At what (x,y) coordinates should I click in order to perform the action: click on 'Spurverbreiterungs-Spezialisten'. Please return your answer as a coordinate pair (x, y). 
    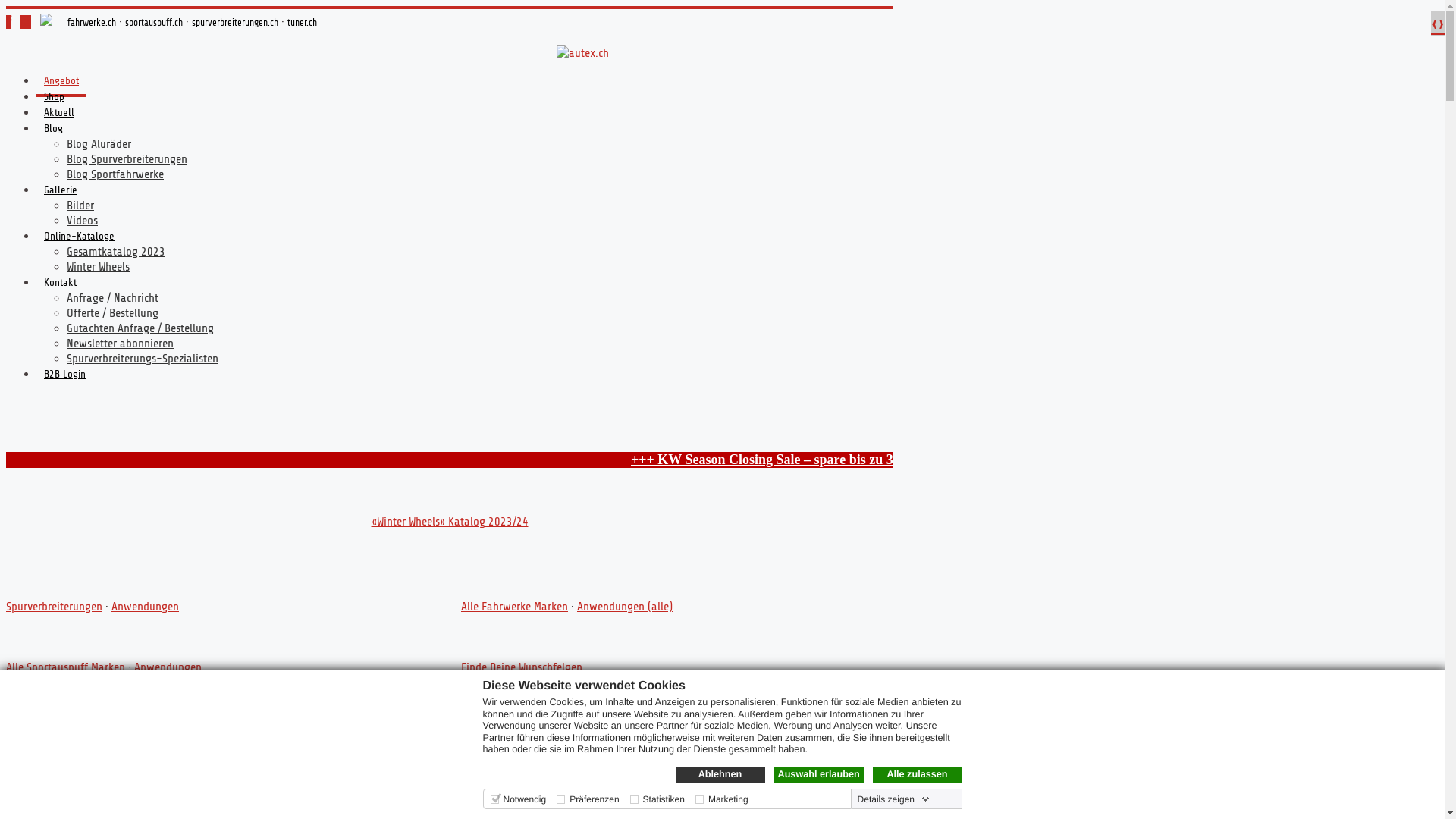
    Looking at the image, I should click on (65, 359).